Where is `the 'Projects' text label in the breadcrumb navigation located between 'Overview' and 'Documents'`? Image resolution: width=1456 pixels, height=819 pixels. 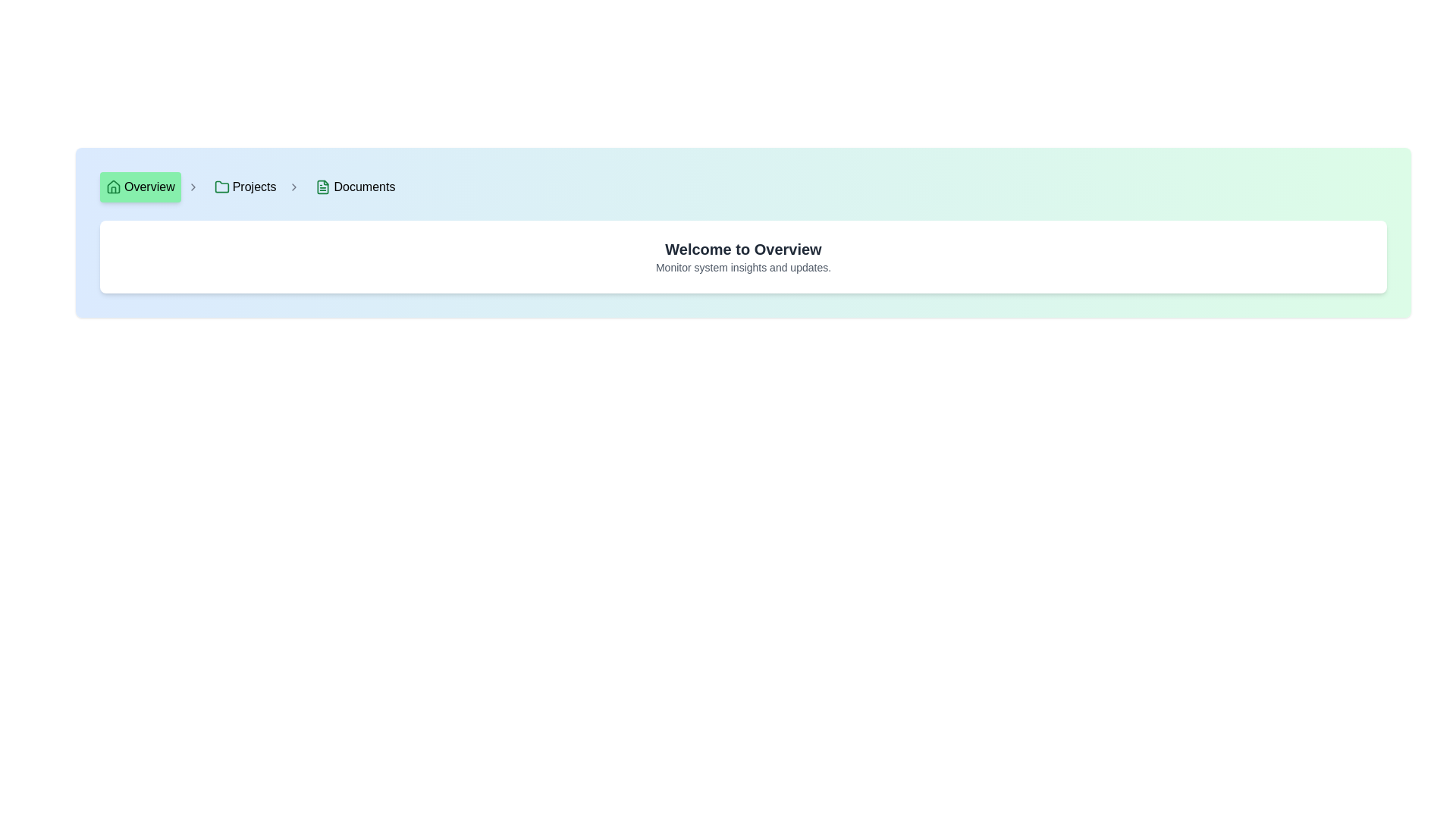 the 'Projects' text label in the breadcrumb navigation located between 'Overview' and 'Documents' is located at coordinates (254, 186).